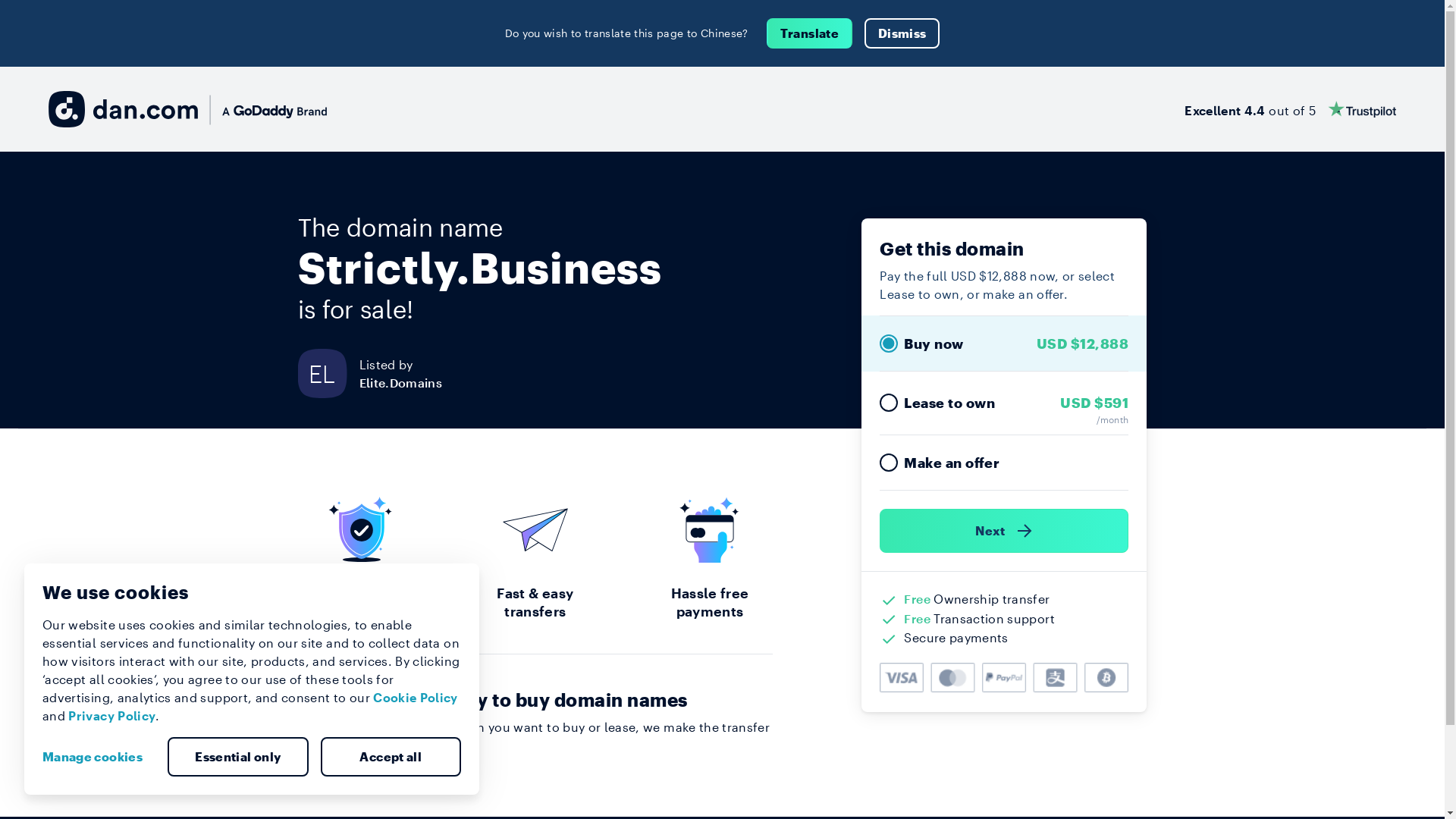 The height and width of the screenshot is (819, 1456). Describe the element at coordinates (415, 697) in the screenshot. I see `'Cookie Policy'` at that location.